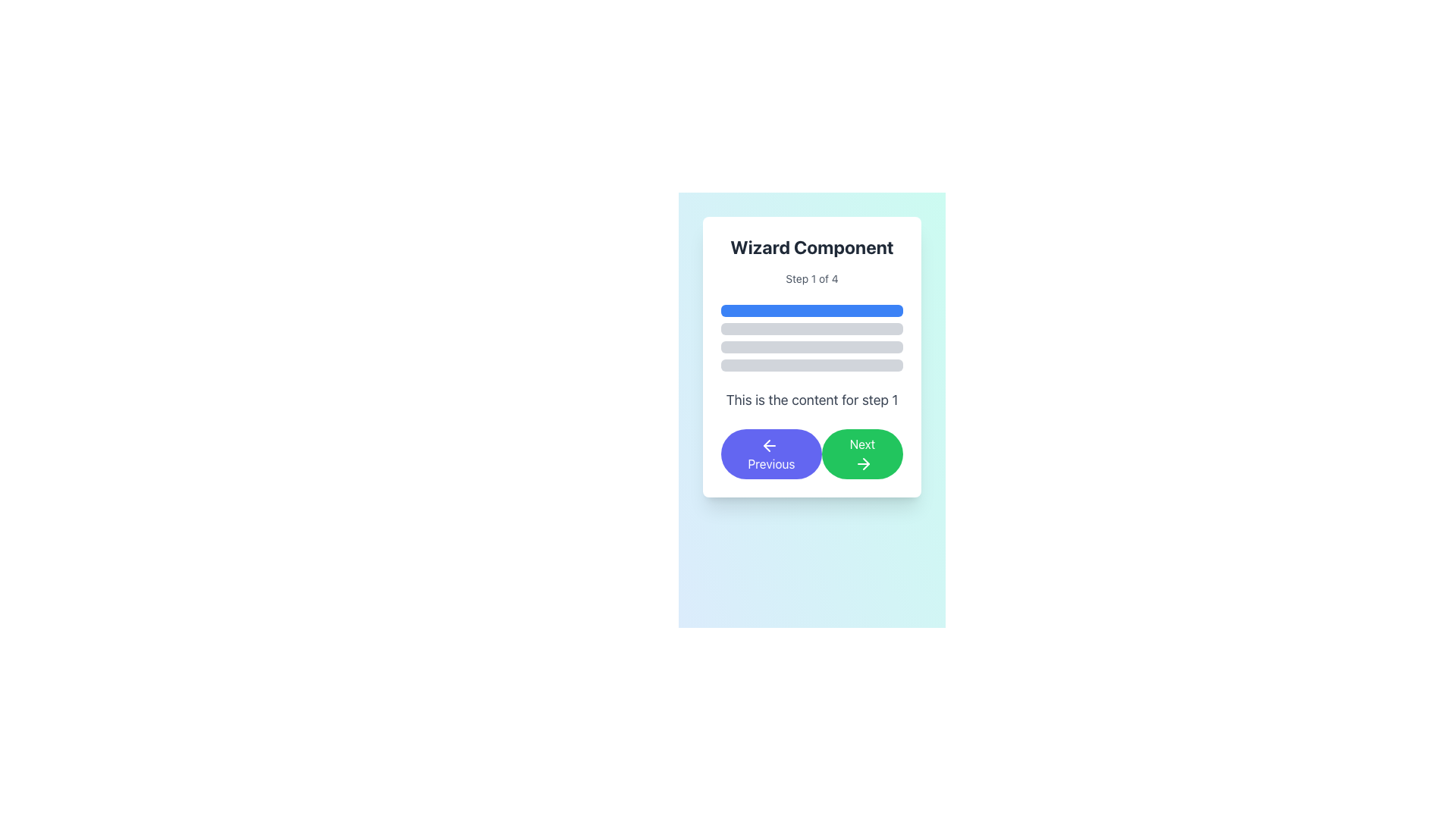  What do you see at coordinates (811, 246) in the screenshot?
I see `the Text Label that serves as a title or heading for the wizard component, positioned at the top of the centered wizard component card` at bounding box center [811, 246].